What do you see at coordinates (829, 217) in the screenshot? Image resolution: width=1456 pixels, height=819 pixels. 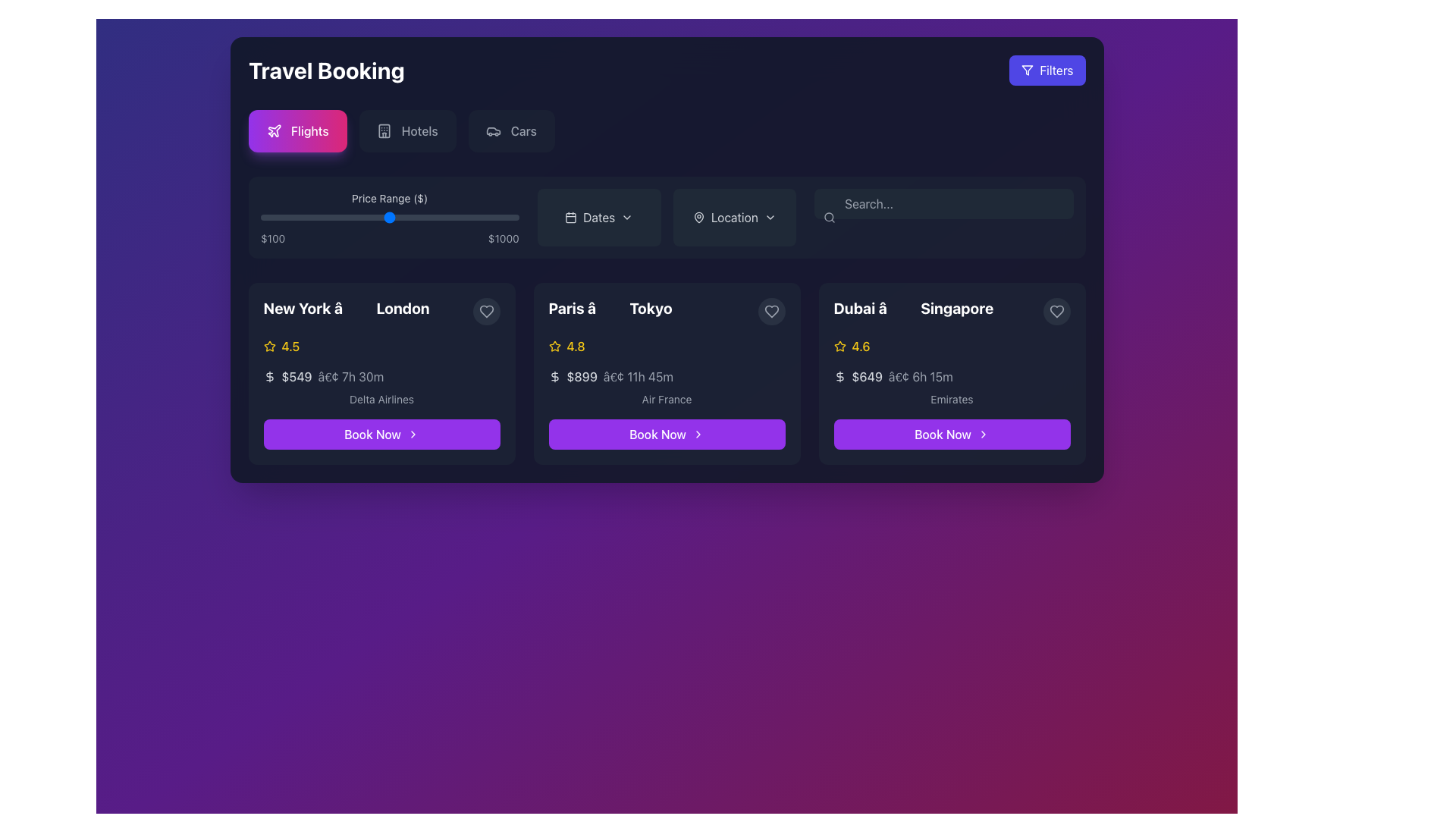 I see `the magnifying glass icon located in the top-right section of the main interface within the search bar` at bounding box center [829, 217].